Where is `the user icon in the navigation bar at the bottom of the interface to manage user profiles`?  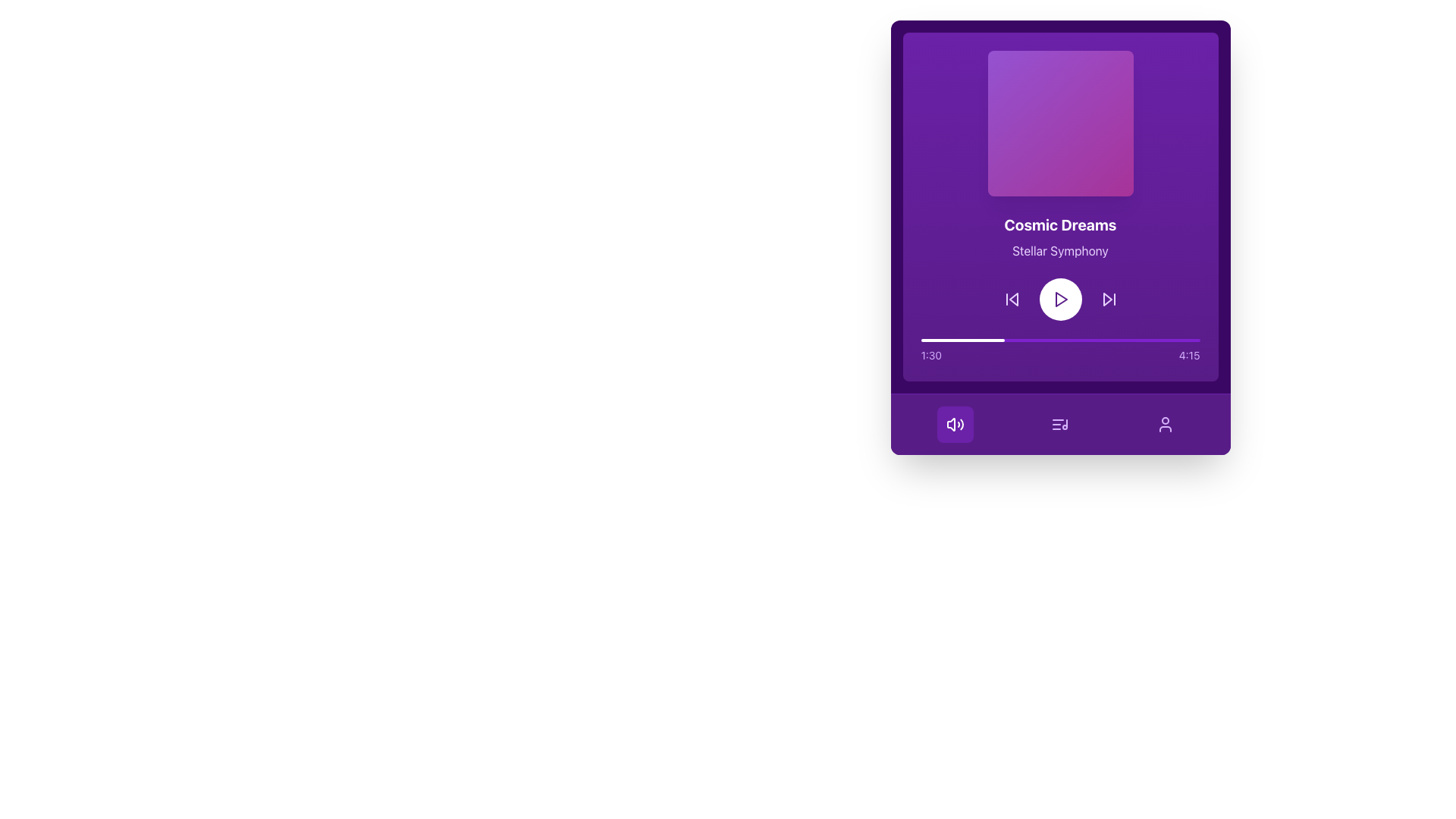 the user icon in the navigation bar at the bottom of the interface to manage user profiles is located at coordinates (1059, 424).